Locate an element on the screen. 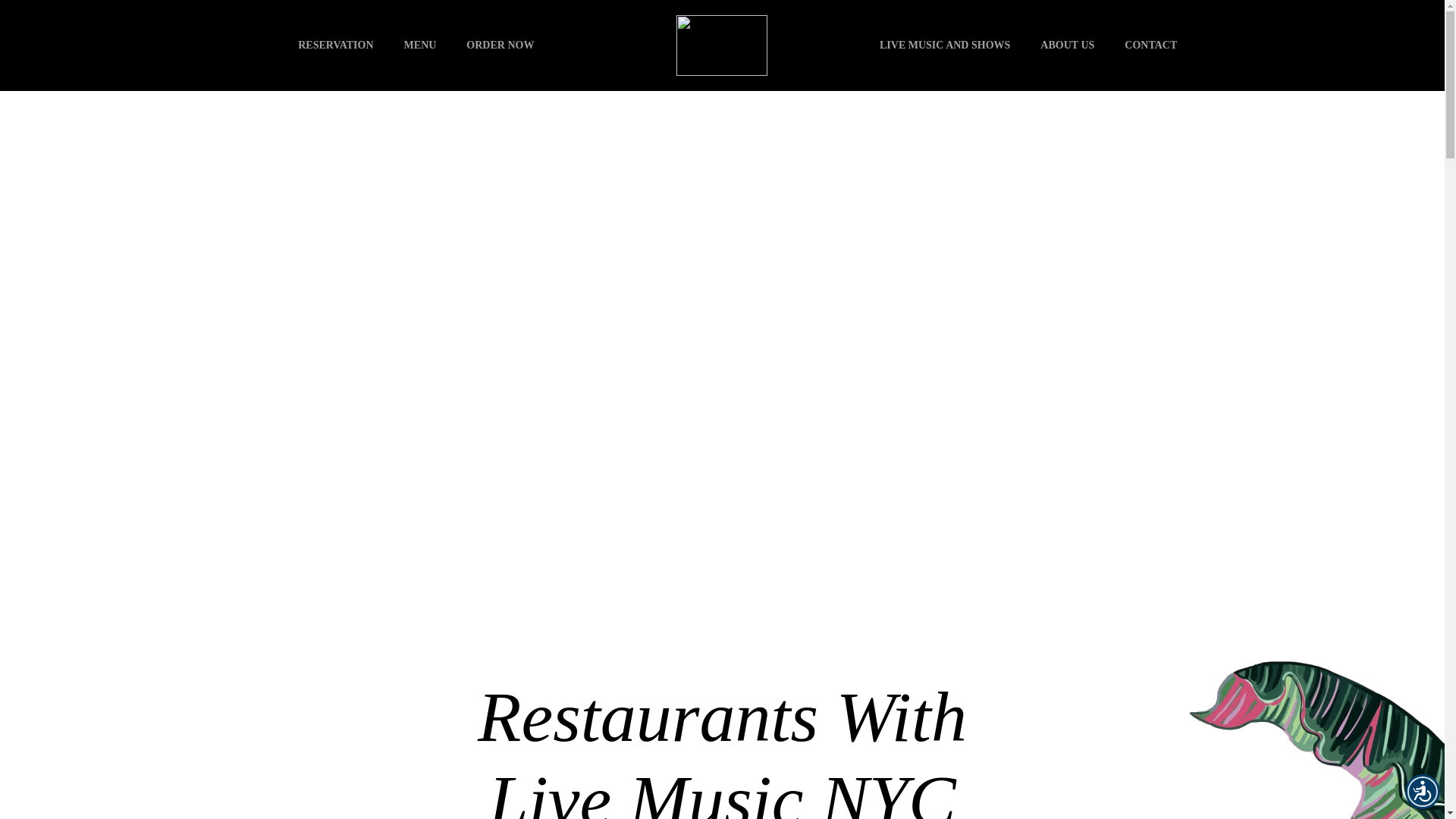 The height and width of the screenshot is (819, 1456). 'ABOUT US' is located at coordinates (1066, 45).